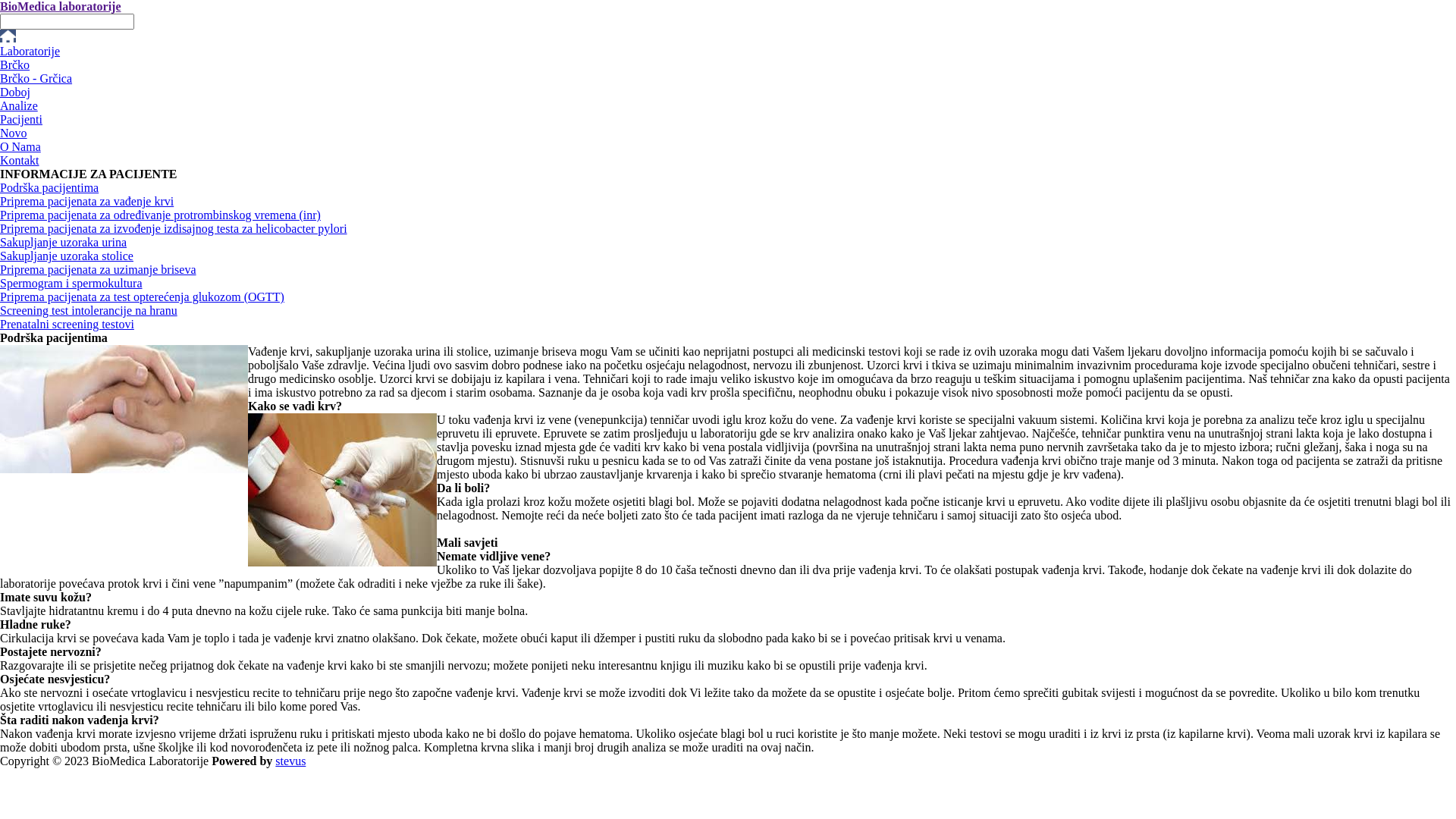 This screenshot has height=819, width=1456. Describe the element at coordinates (97, 268) in the screenshot. I see `'Priprema pacijenata za uzimanje briseva'` at that location.